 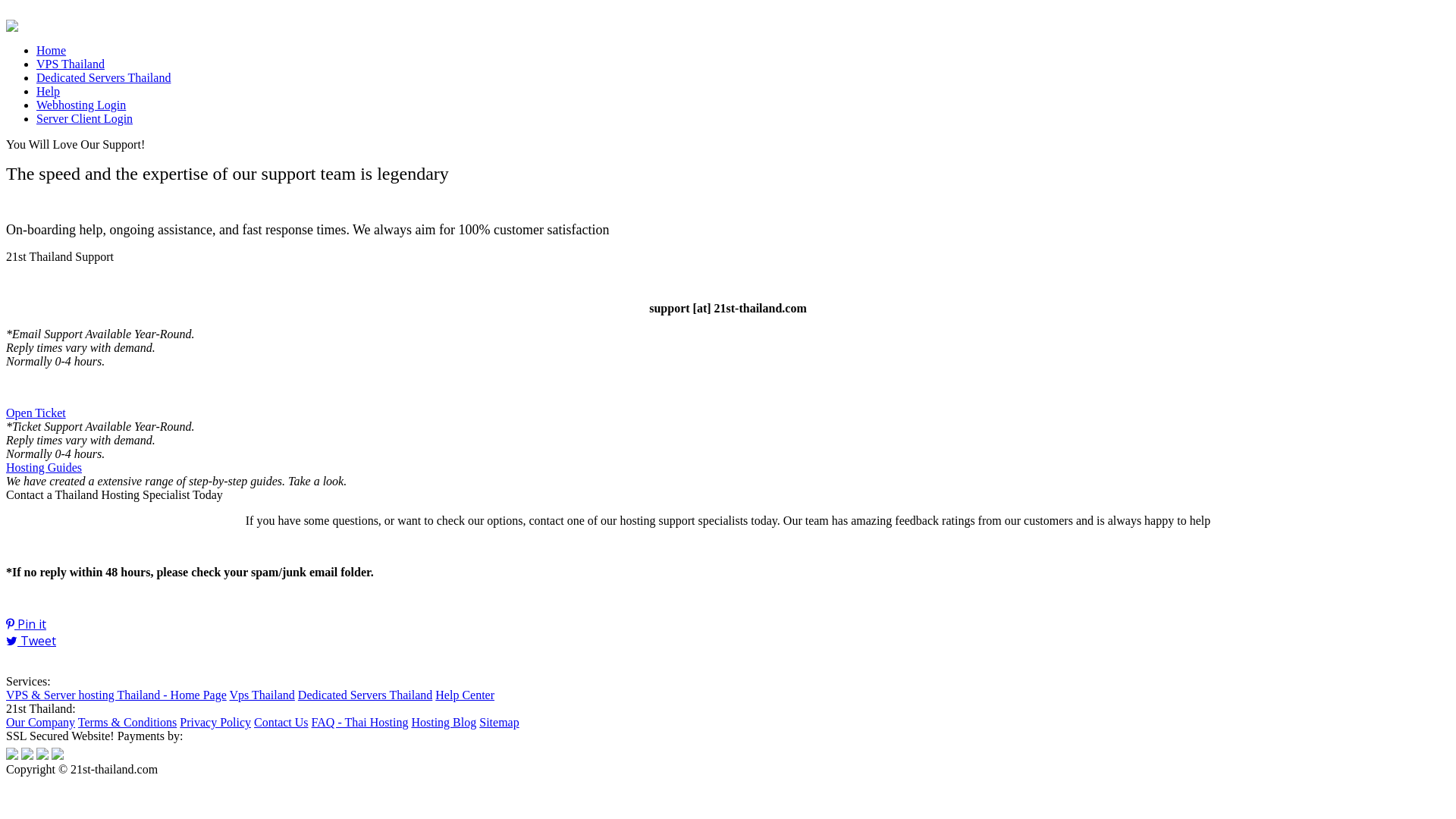 What do you see at coordinates (214, 721) in the screenshot?
I see `'Privacy Policy'` at bounding box center [214, 721].